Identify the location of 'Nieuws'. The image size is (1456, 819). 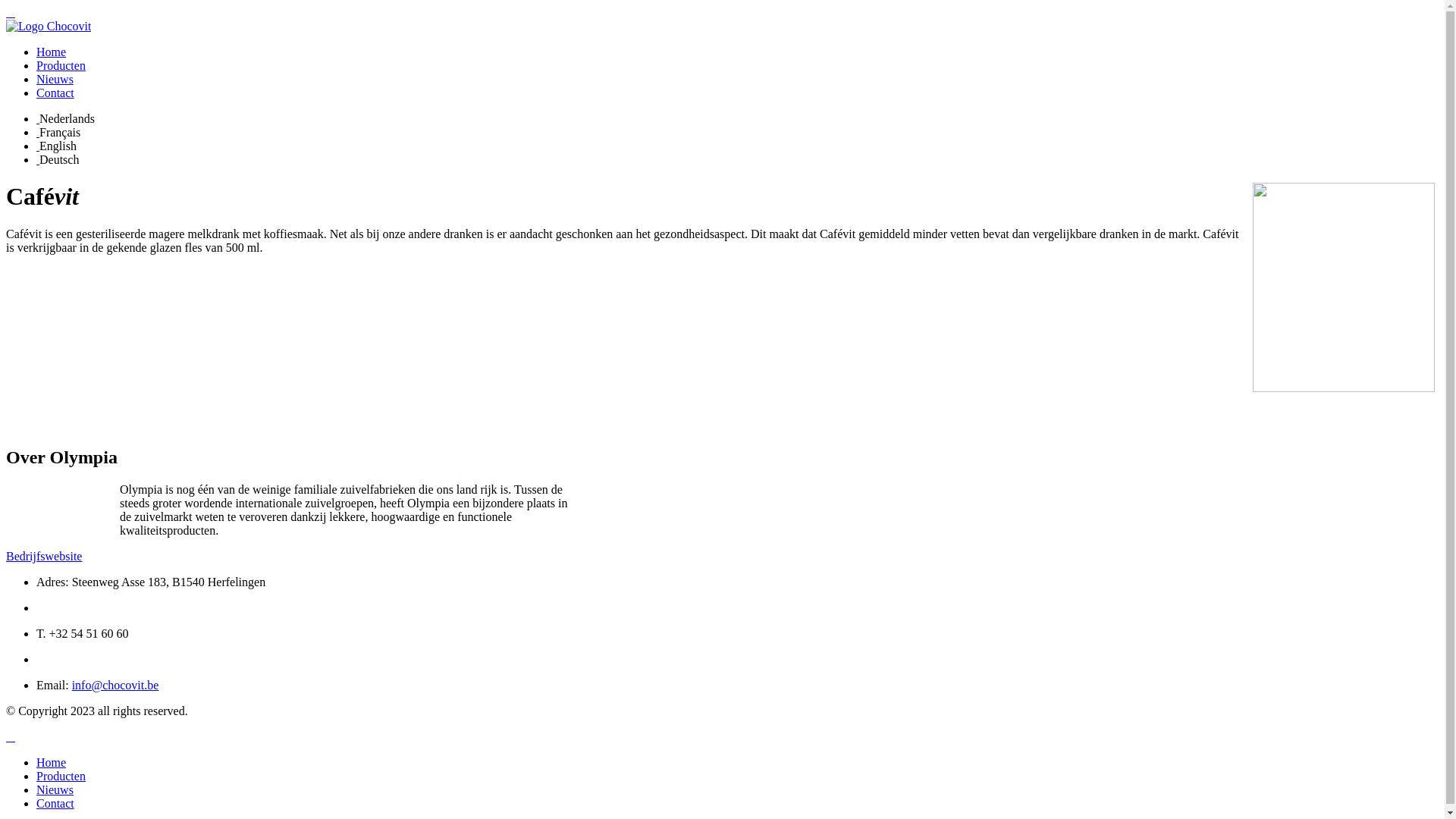
(36, 79).